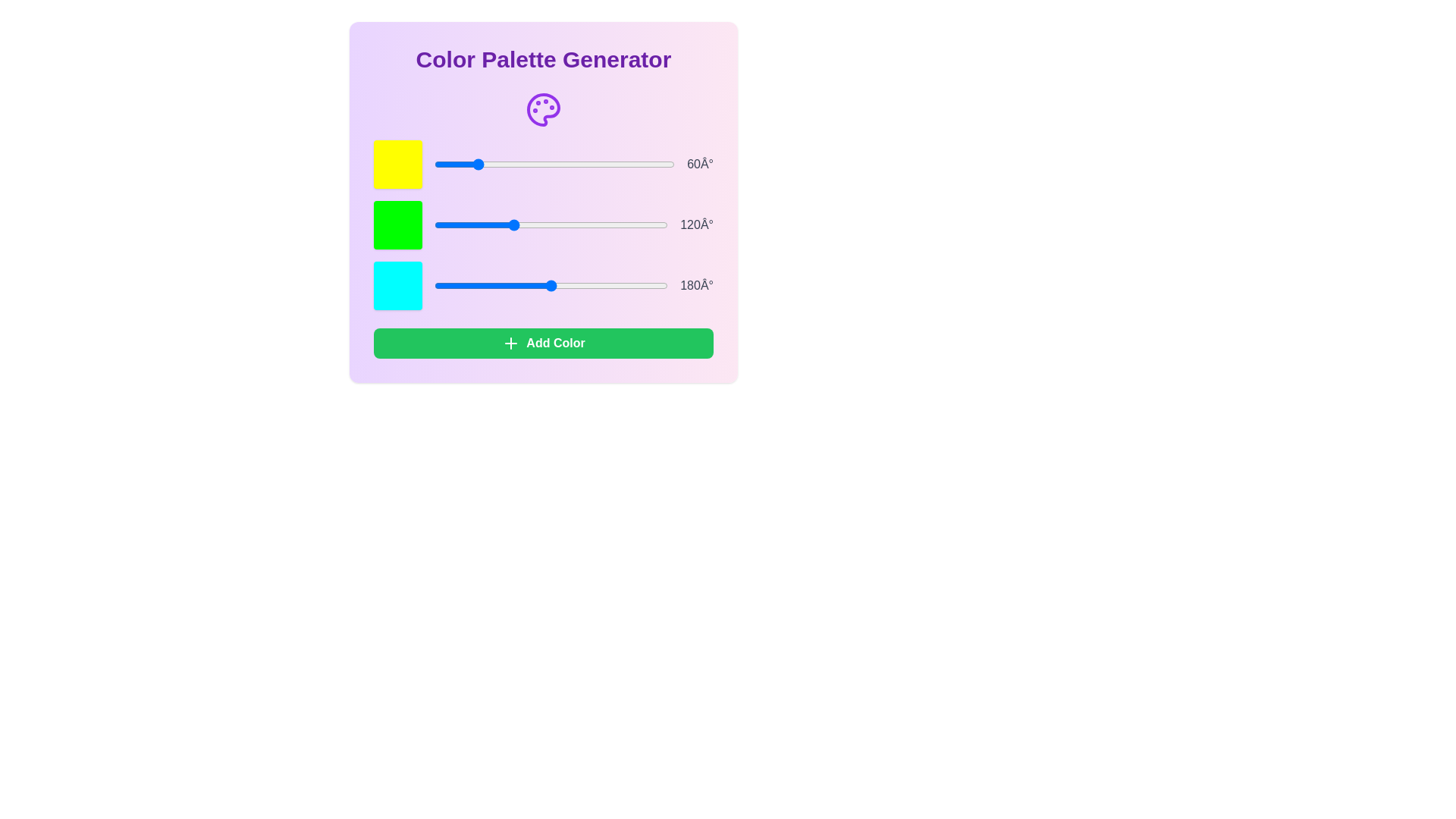 Image resolution: width=1456 pixels, height=819 pixels. Describe the element at coordinates (446, 164) in the screenshot. I see `the color slider to set the hue to 19` at that location.